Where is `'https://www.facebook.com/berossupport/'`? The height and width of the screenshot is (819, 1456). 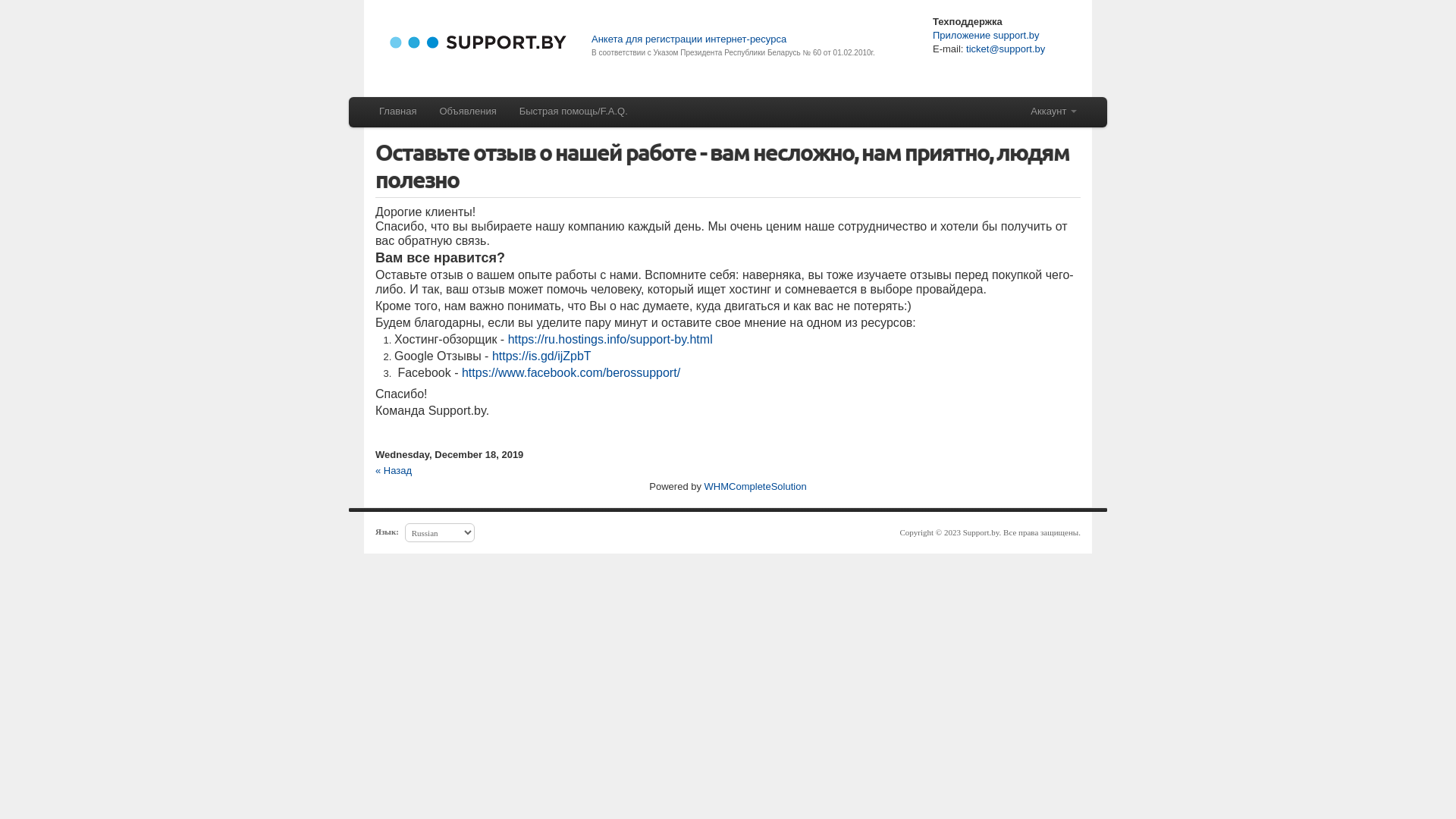
'https://www.facebook.com/berossupport/' is located at coordinates (570, 372).